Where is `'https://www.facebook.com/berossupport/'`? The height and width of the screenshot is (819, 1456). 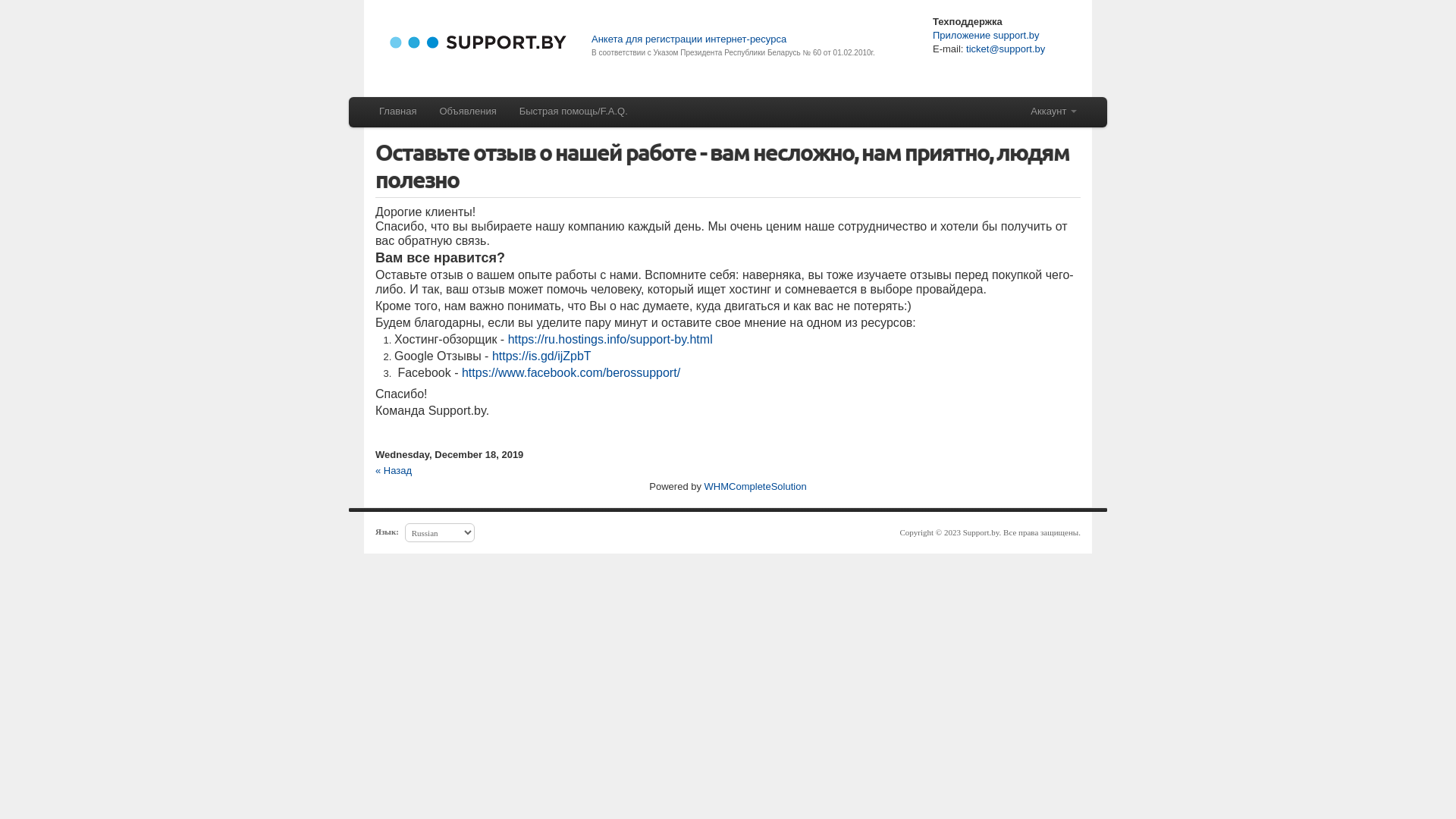
'https://www.facebook.com/berossupport/' is located at coordinates (570, 372).